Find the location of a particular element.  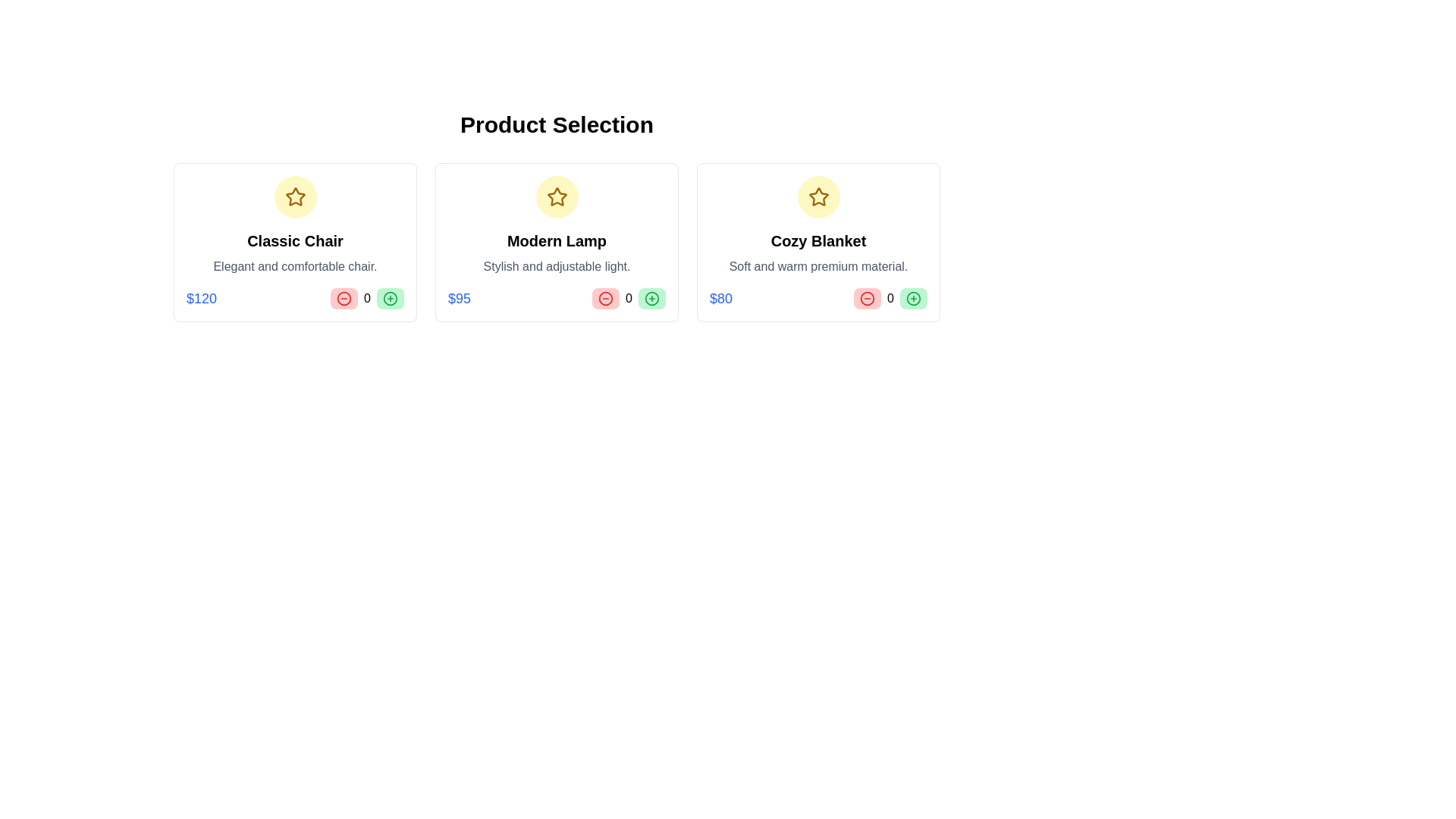

the text snippet reading 'Elegant and comfortable chair.' which is styled in muted gray color and located within the first product listing card, positioned below 'Classic Chair' is located at coordinates (295, 265).